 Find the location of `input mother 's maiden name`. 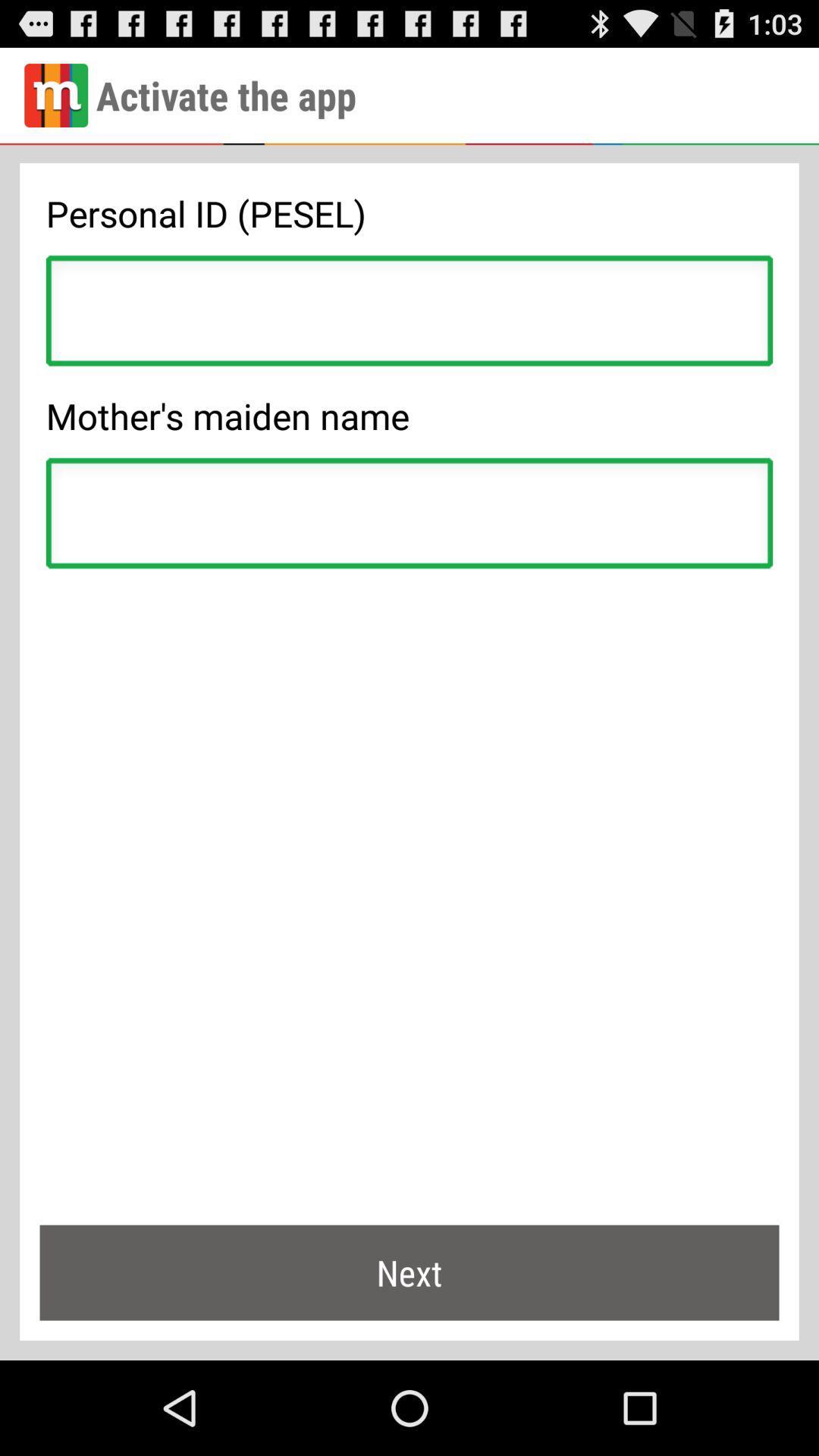

input mother 's maiden name is located at coordinates (409, 517).